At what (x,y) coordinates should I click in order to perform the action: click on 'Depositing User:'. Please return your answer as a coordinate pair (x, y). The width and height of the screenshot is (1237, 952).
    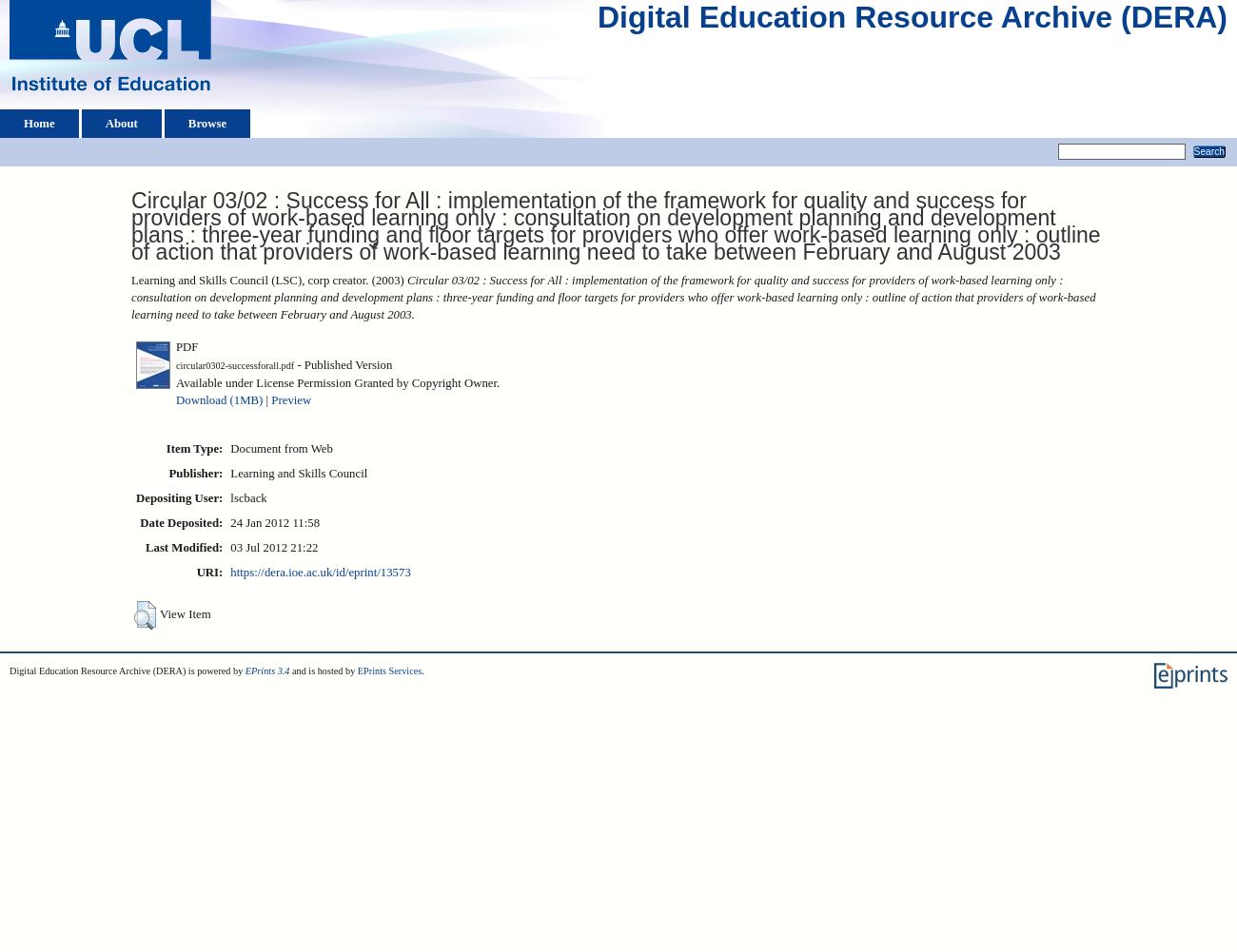
    Looking at the image, I should click on (179, 496).